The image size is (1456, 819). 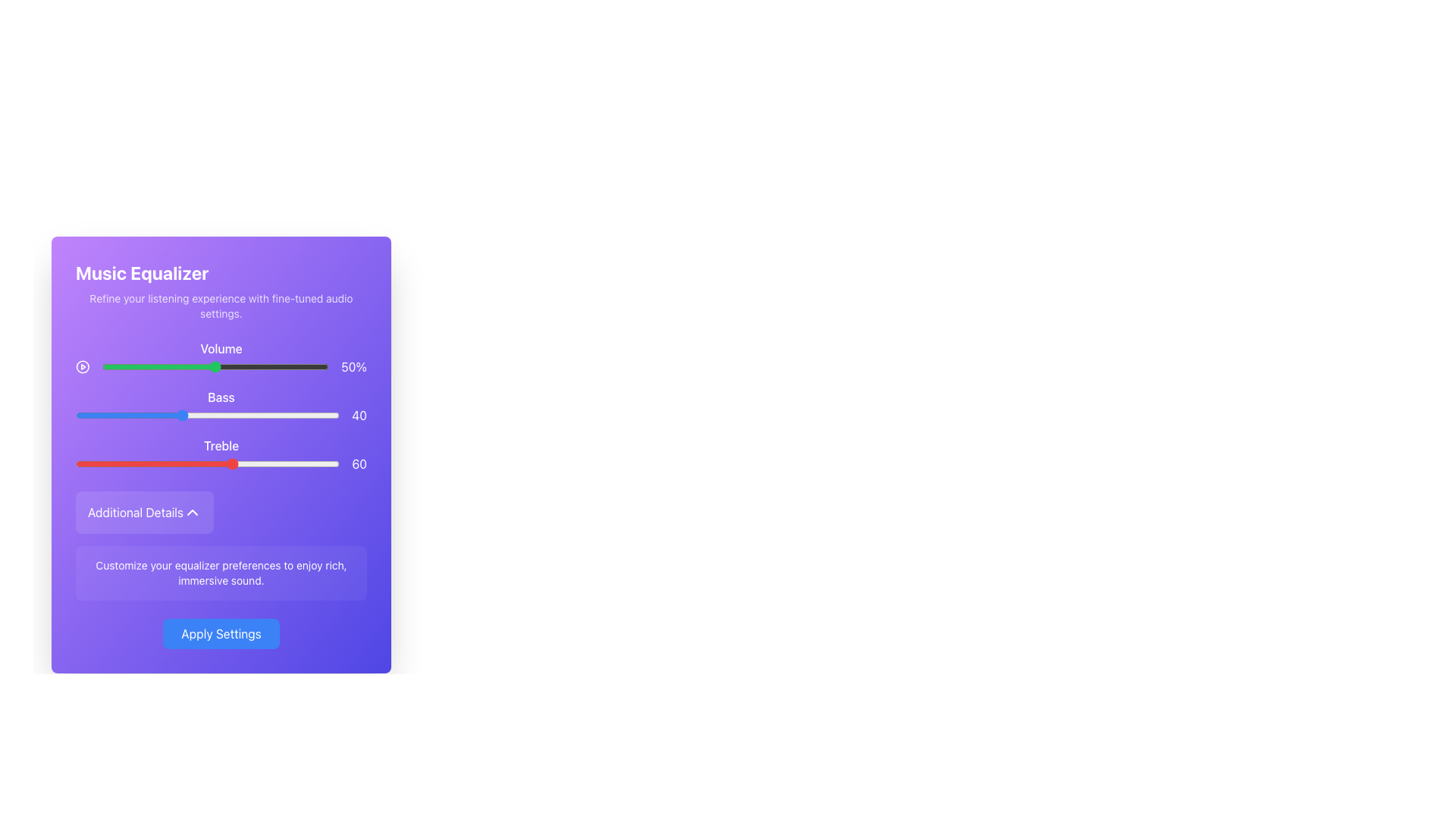 I want to click on text content of the label displaying '50%' on the far-right side of the horizontal volume slider, styled in white font on a purple background, so click(x=353, y=366).